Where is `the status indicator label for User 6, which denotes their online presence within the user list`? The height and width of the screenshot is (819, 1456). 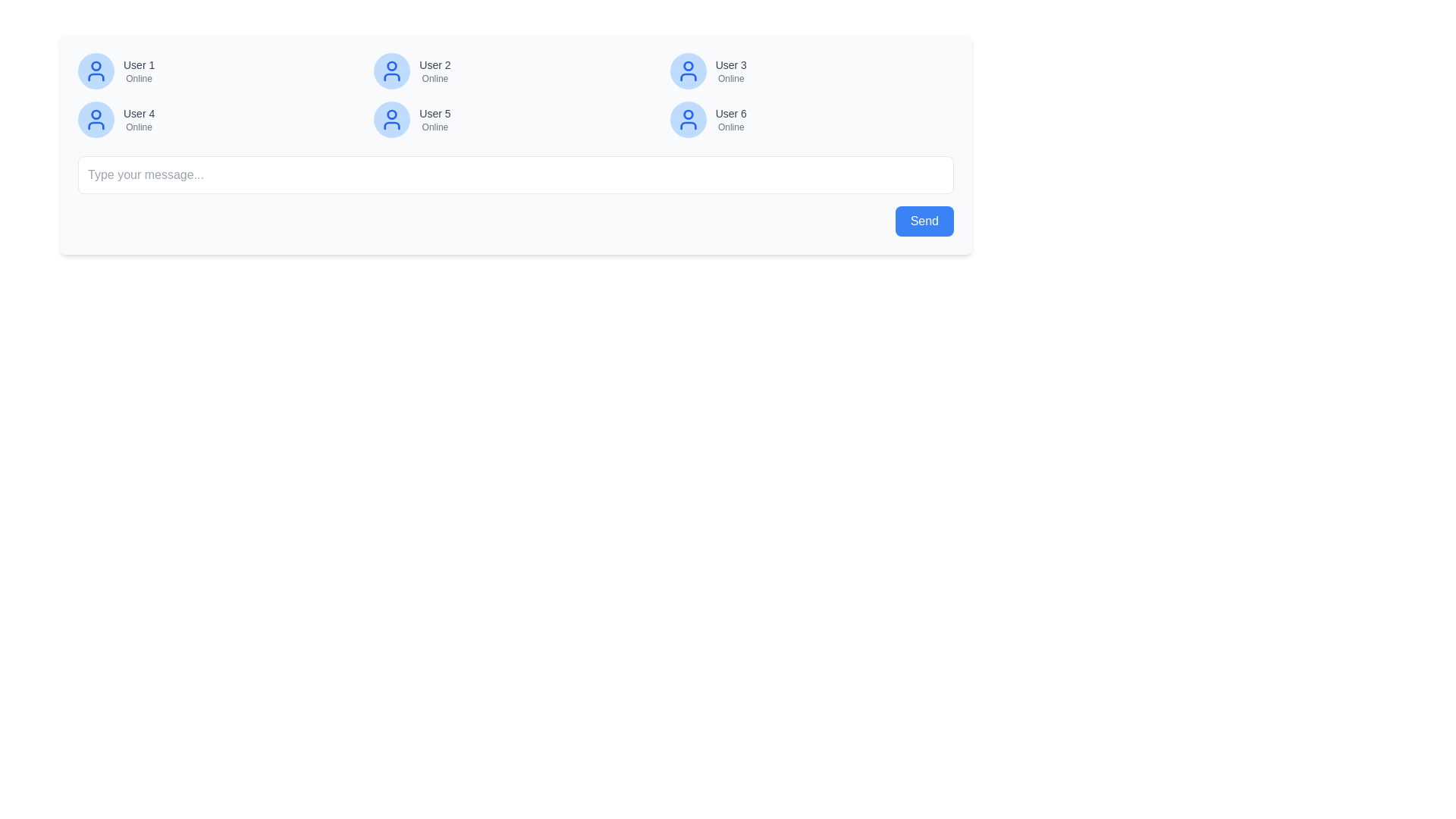 the status indicator label for User 6, which denotes their online presence within the user list is located at coordinates (731, 127).